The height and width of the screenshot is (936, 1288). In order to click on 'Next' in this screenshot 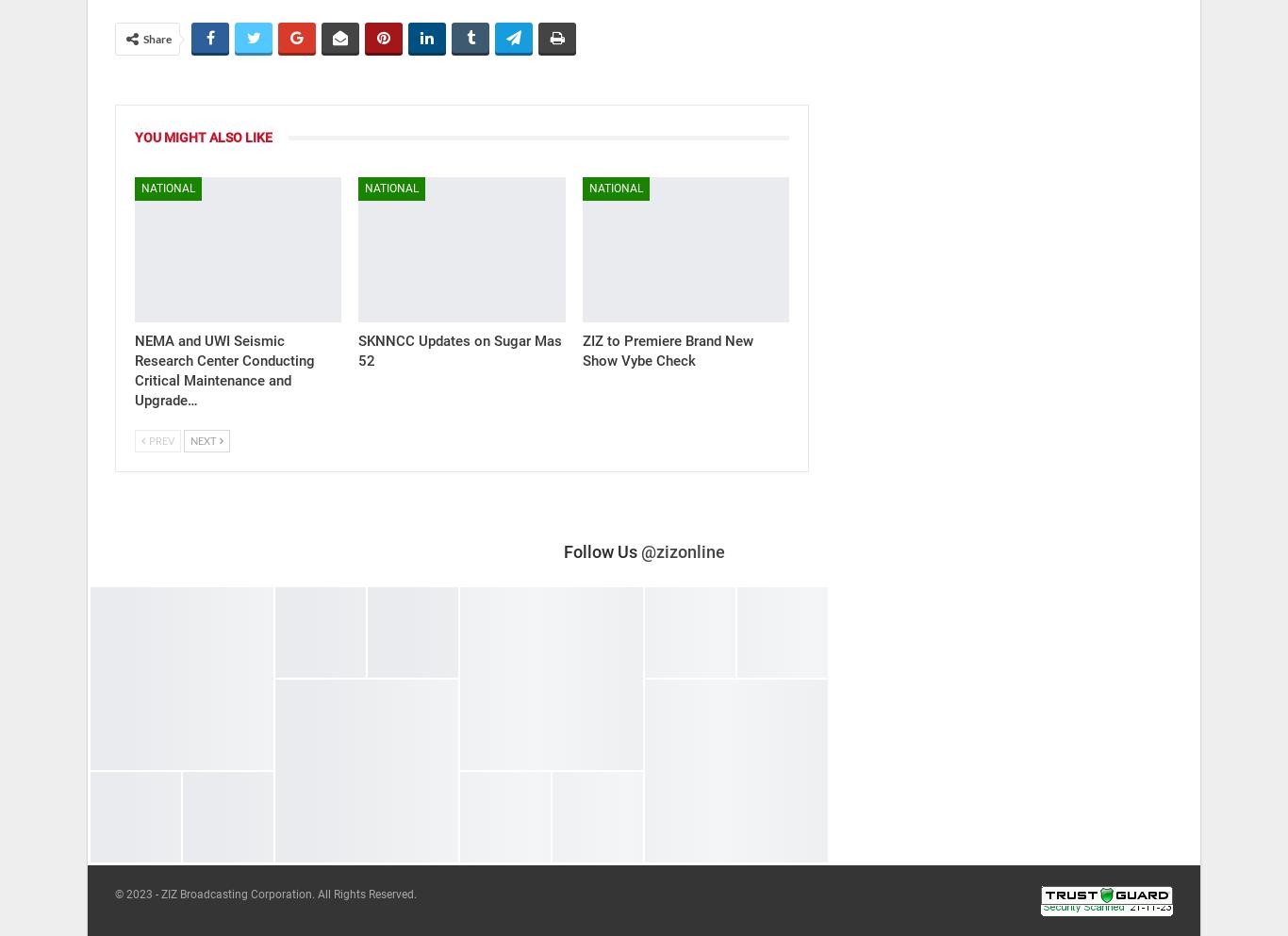, I will do `click(203, 438)`.